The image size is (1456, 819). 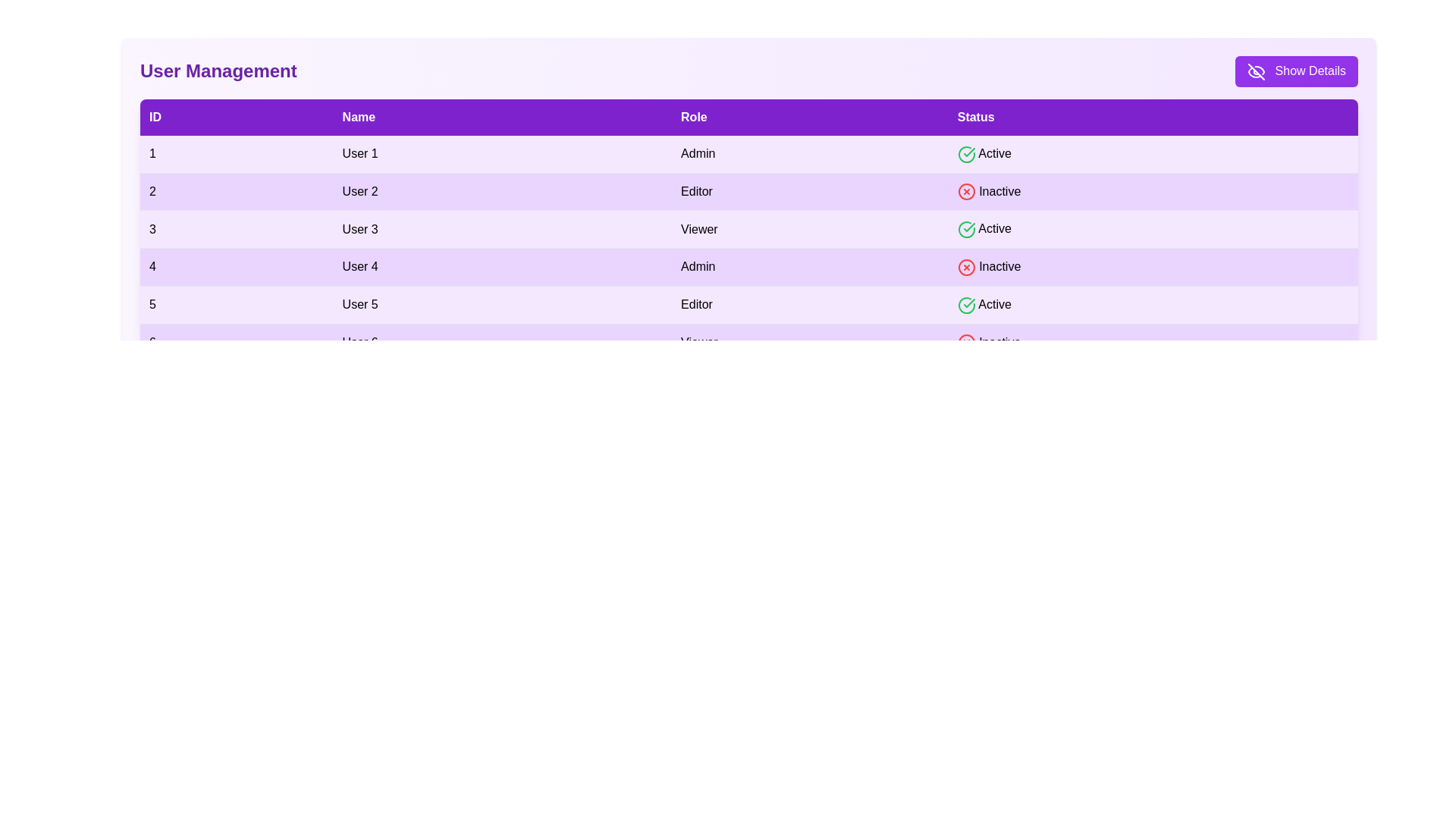 What do you see at coordinates (1153, 116) in the screenshot?
I see `the Status header to sort the table by that column` at bounding box center [1153, 116].